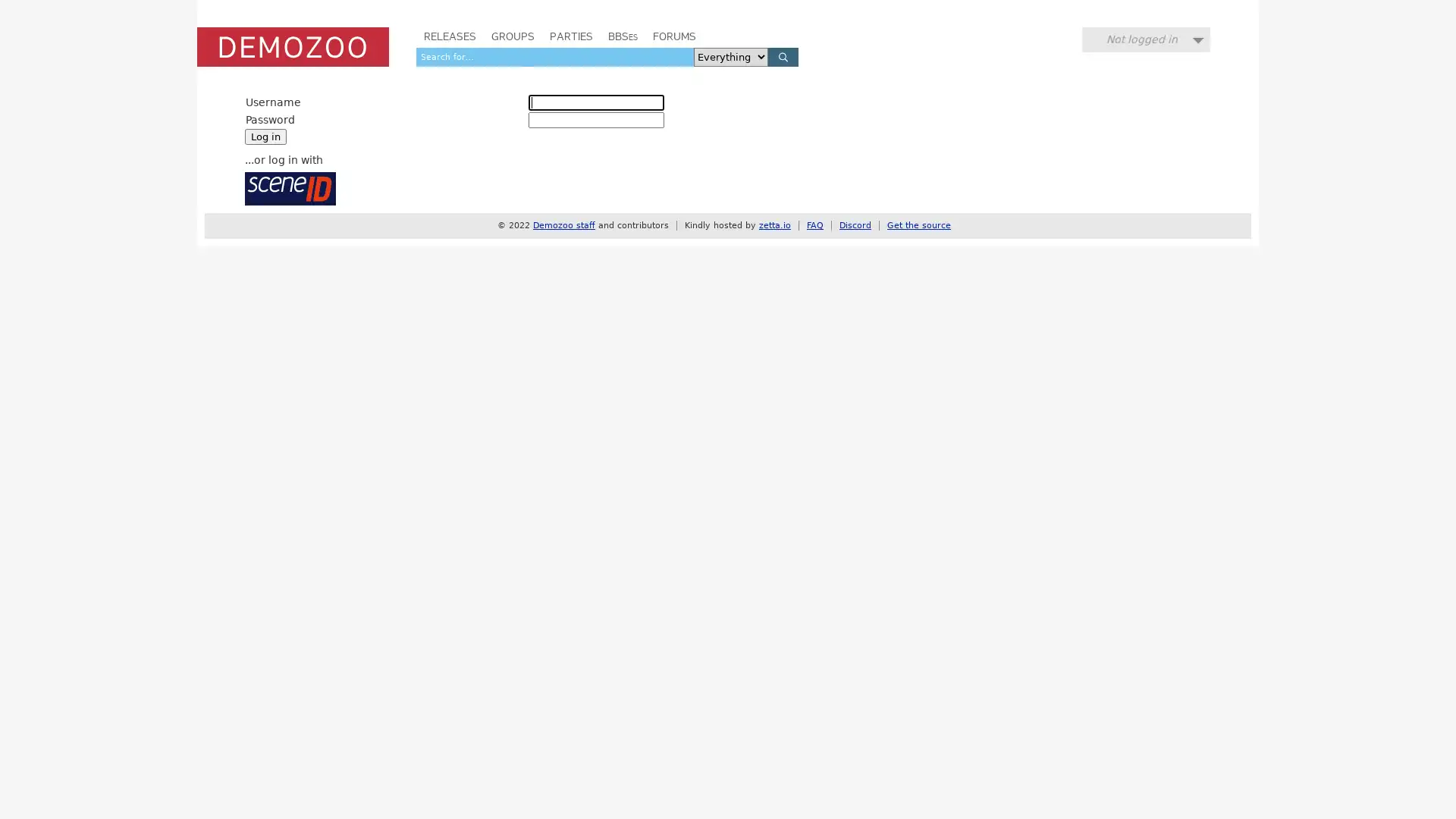 The image size is (1456, 819). What do you see at coordinates (265, 136) in the screenshot?
I see `Log in` at bounding box center [265, 136].